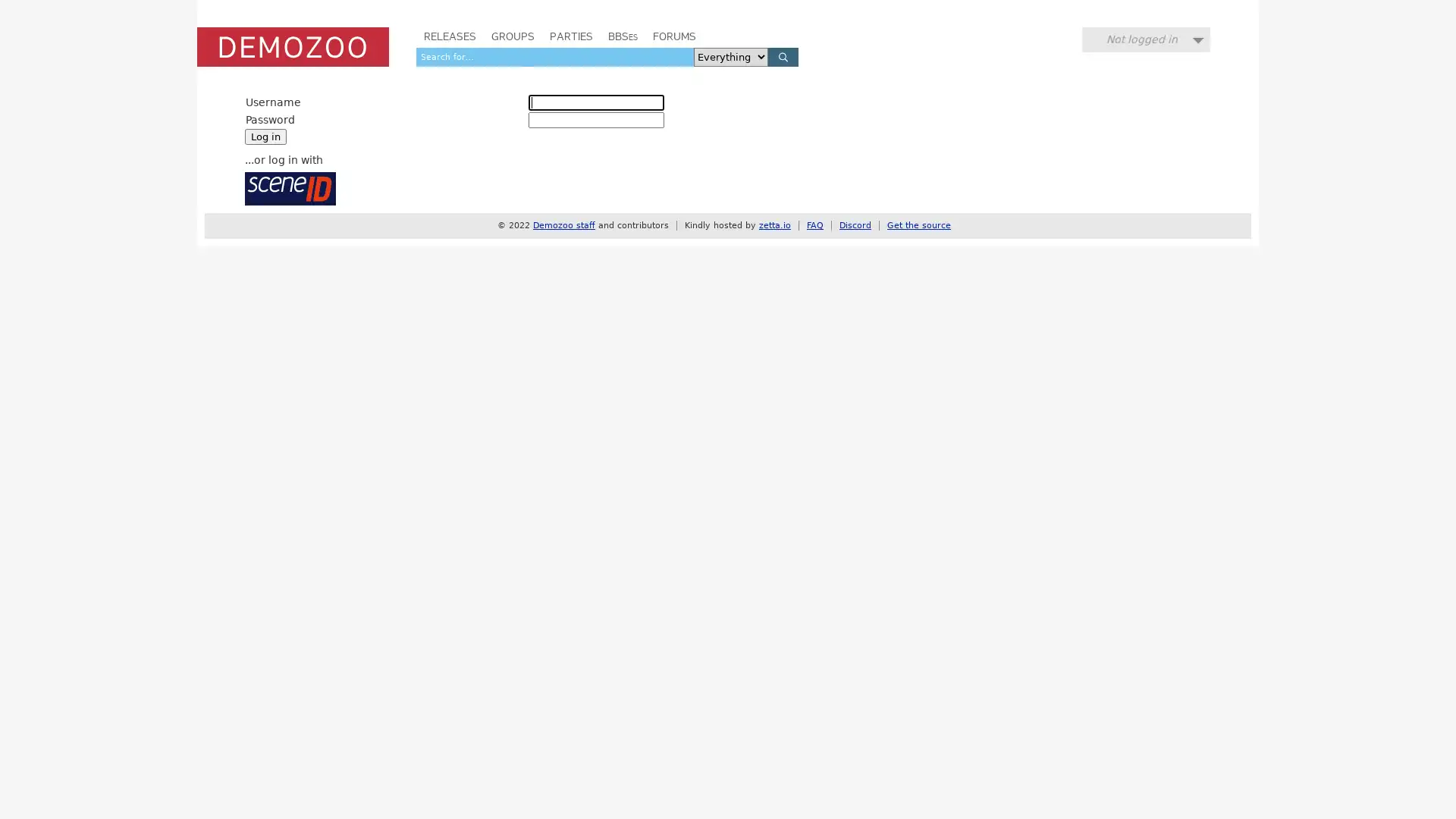 The image size is (1456, 819). What do you see at coordinates (265, 136) in the screenshot?
I see `Log in` at bounding box center [265, 136].